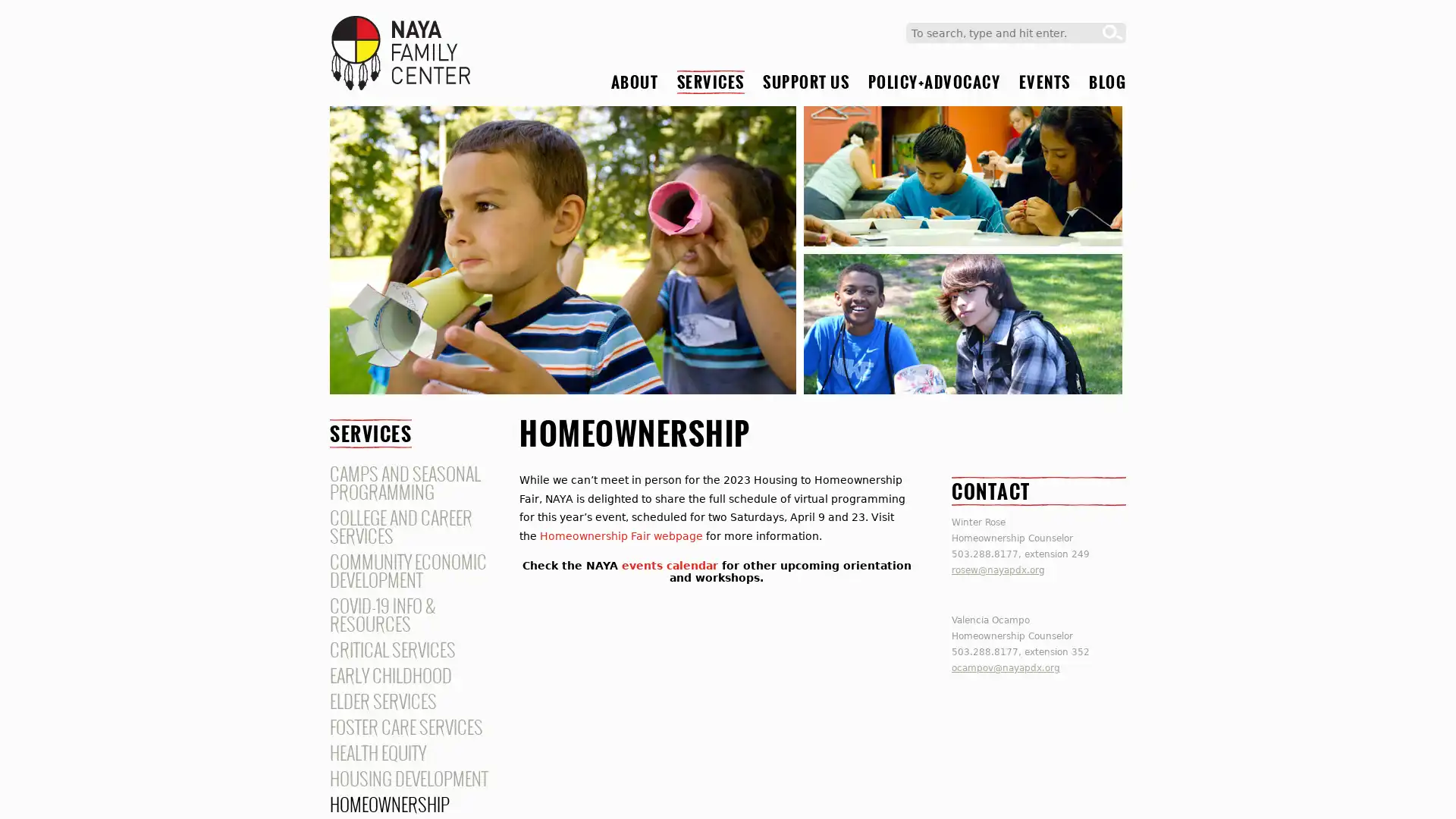  I want to click on Search, so click(1112, 33).